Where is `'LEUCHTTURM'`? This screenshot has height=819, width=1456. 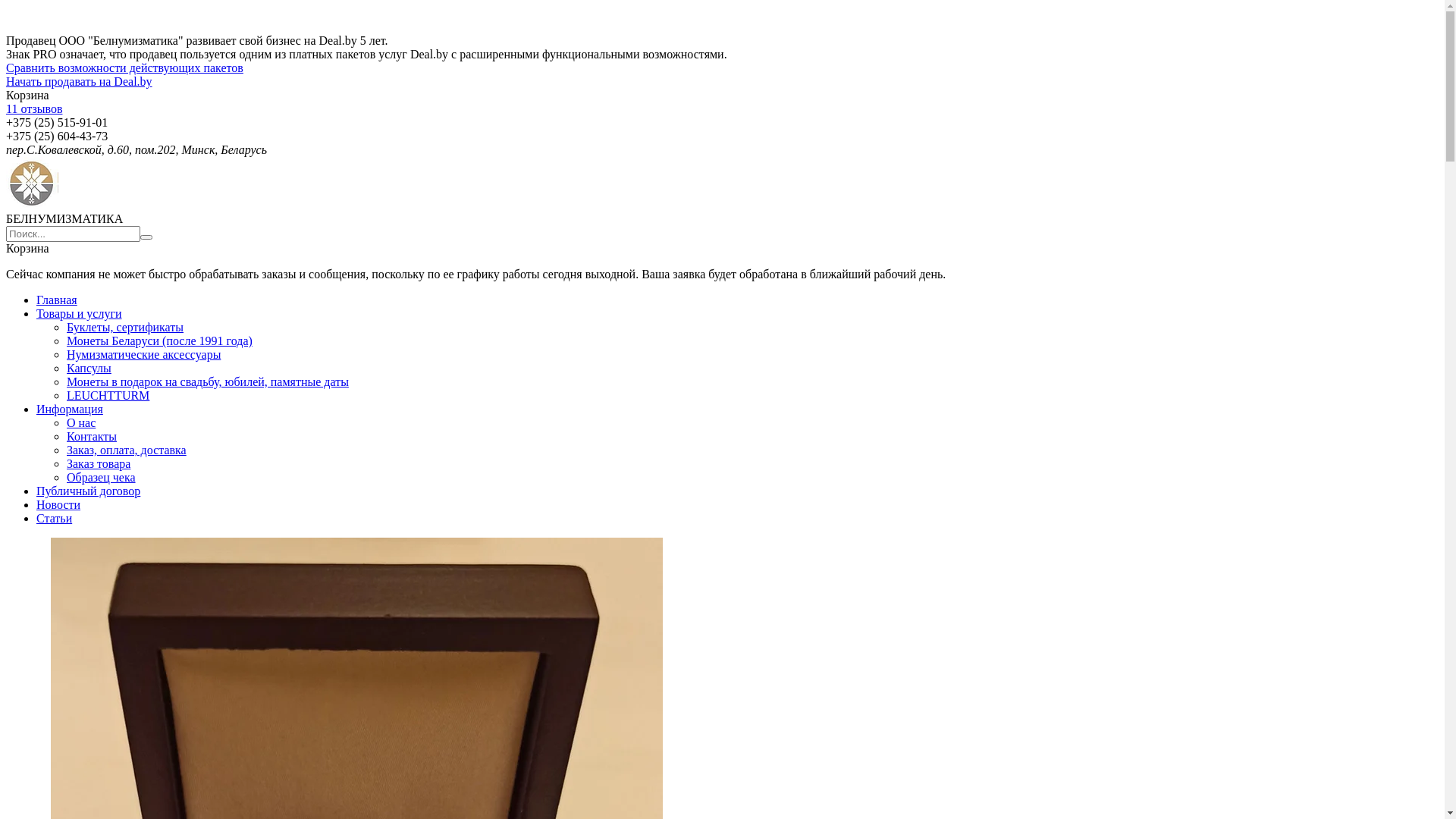 'LEUCHTTURM' is located at coordinates (107, 394).